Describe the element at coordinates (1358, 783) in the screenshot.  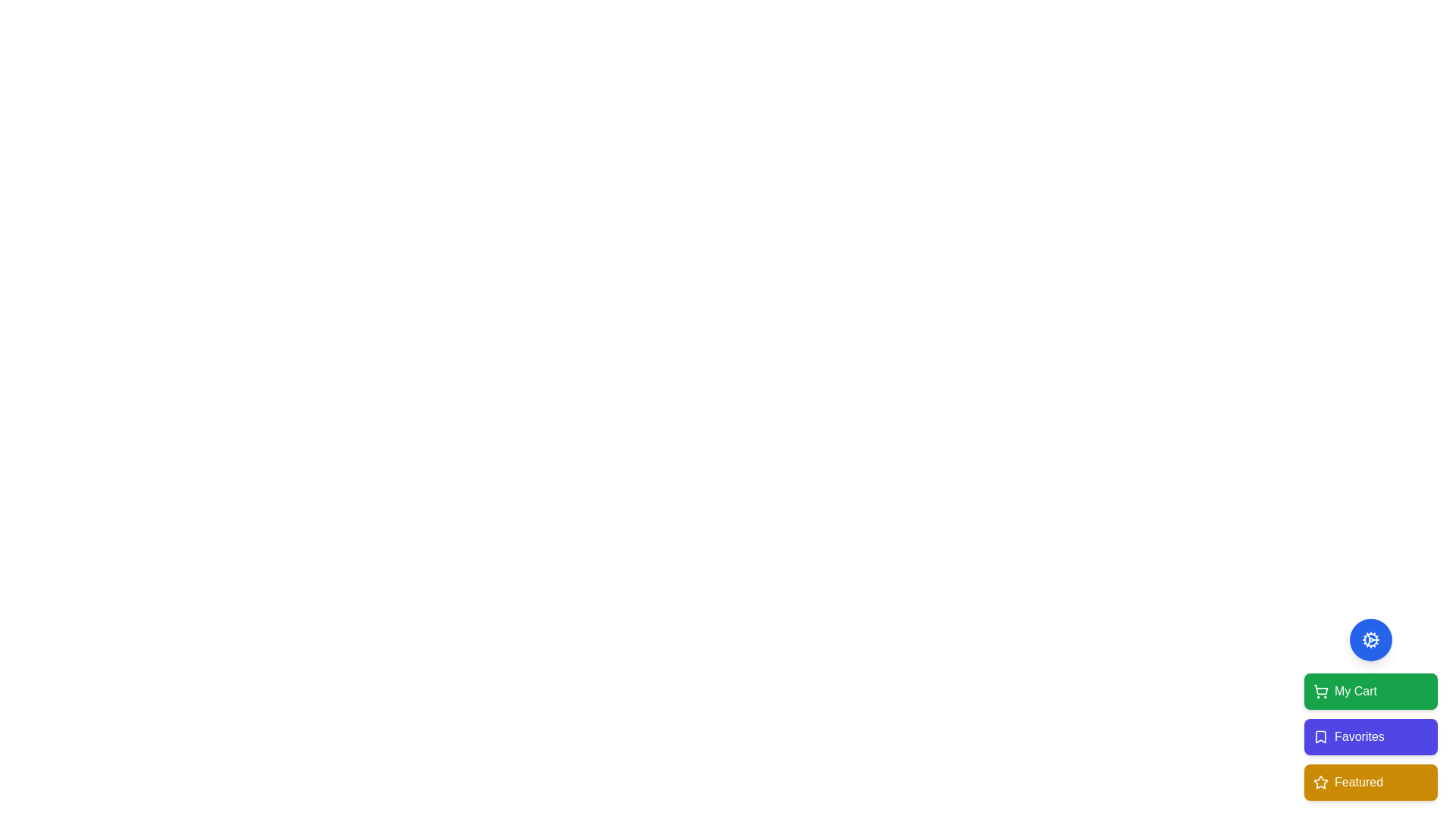
I see `'Featured' text label, which is part of a button with a yellow background and a star icon on its left, located at the right side of the interface` at that location.